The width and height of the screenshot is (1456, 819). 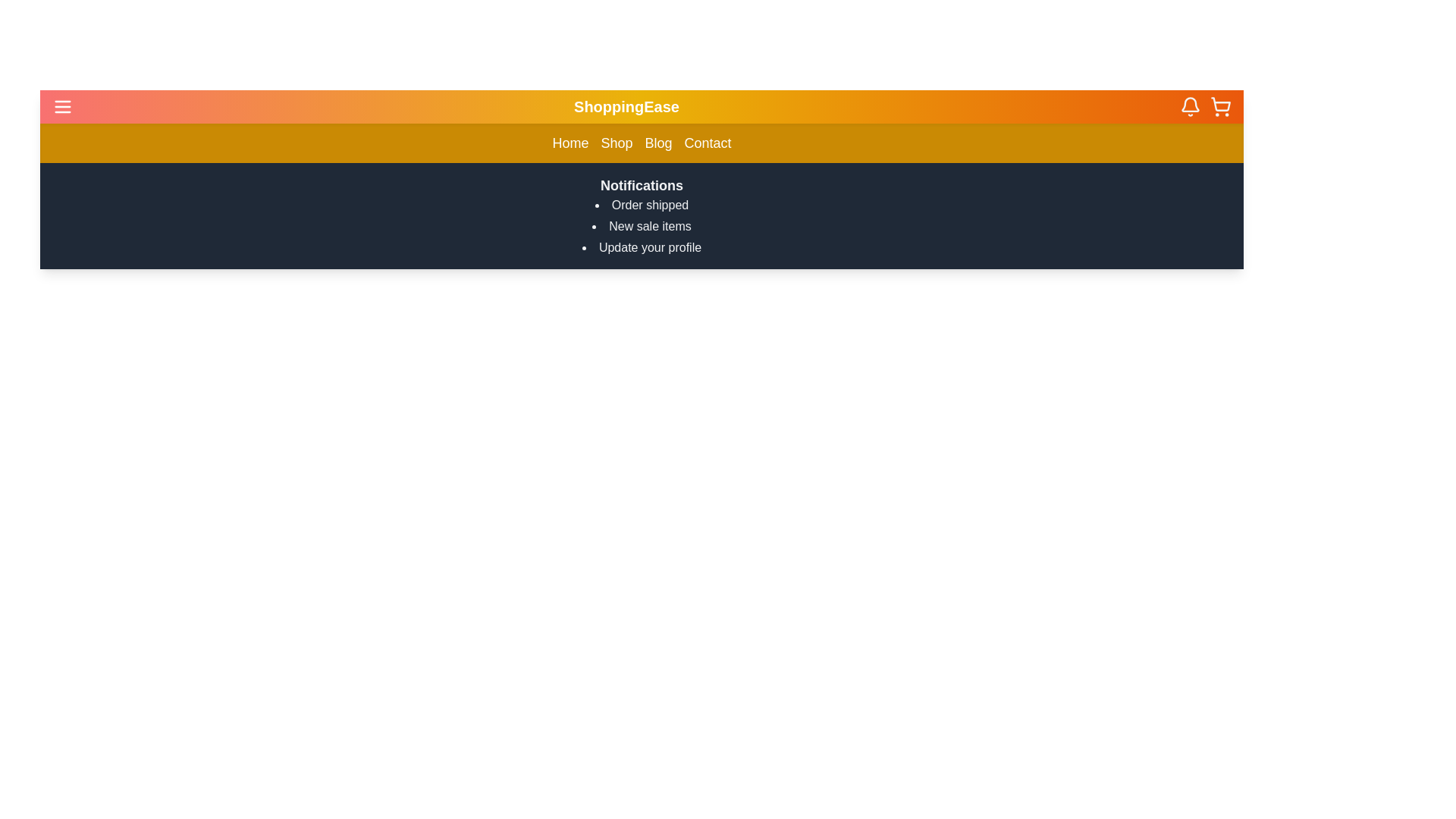 I want to click on the static text label located centrally within the header bar, which represents the application’s name or brand, so click(x=626, y=106).